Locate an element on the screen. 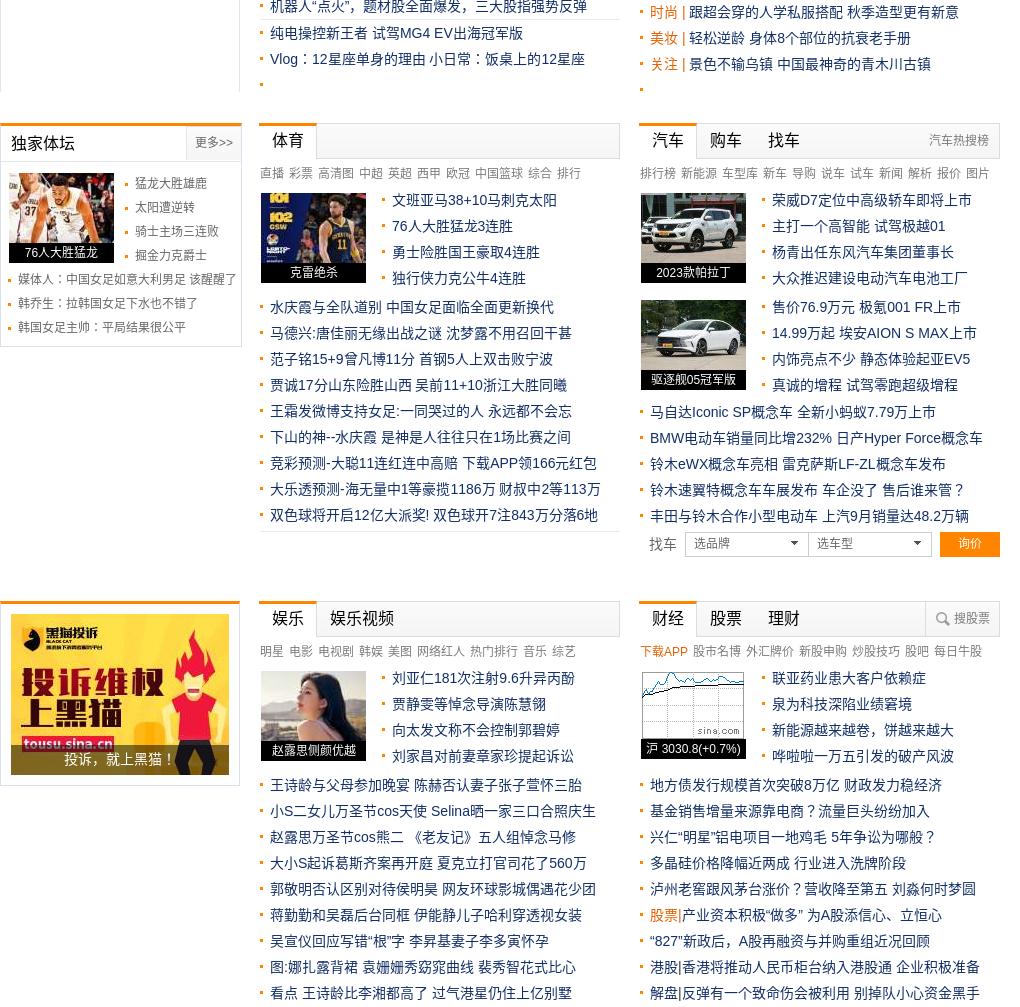 This screenshot has width=1020, height=1007. '全新小蚂蚁7.79万上市' is located at coordinates (865, 411).